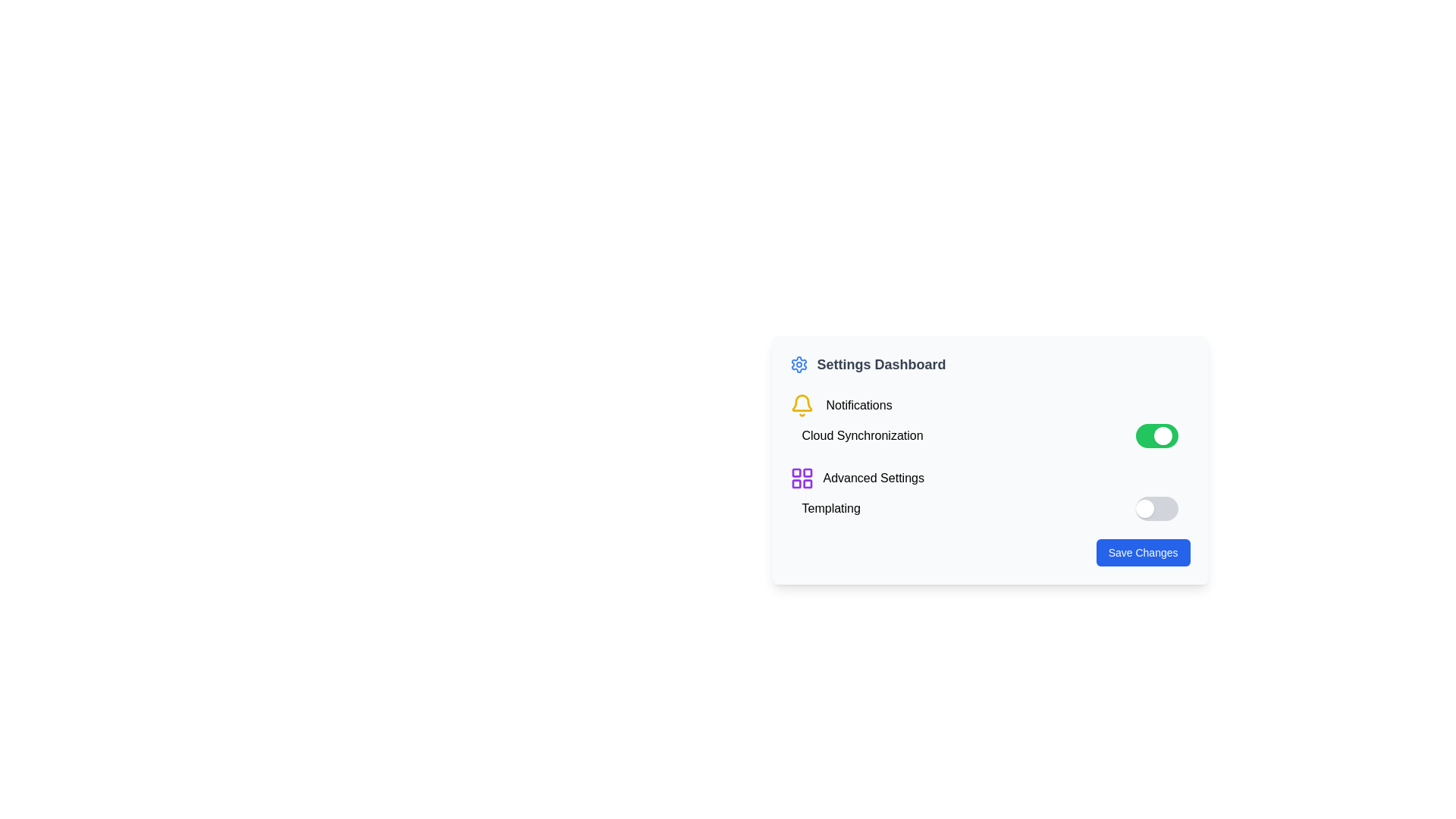 This screenshot has width=1456, height=819. I want to click on the 'Save Changes' button, which is a rectangular button with a blue background and white text located at the bottom-right area of the settings panel, so click(1143, 553).